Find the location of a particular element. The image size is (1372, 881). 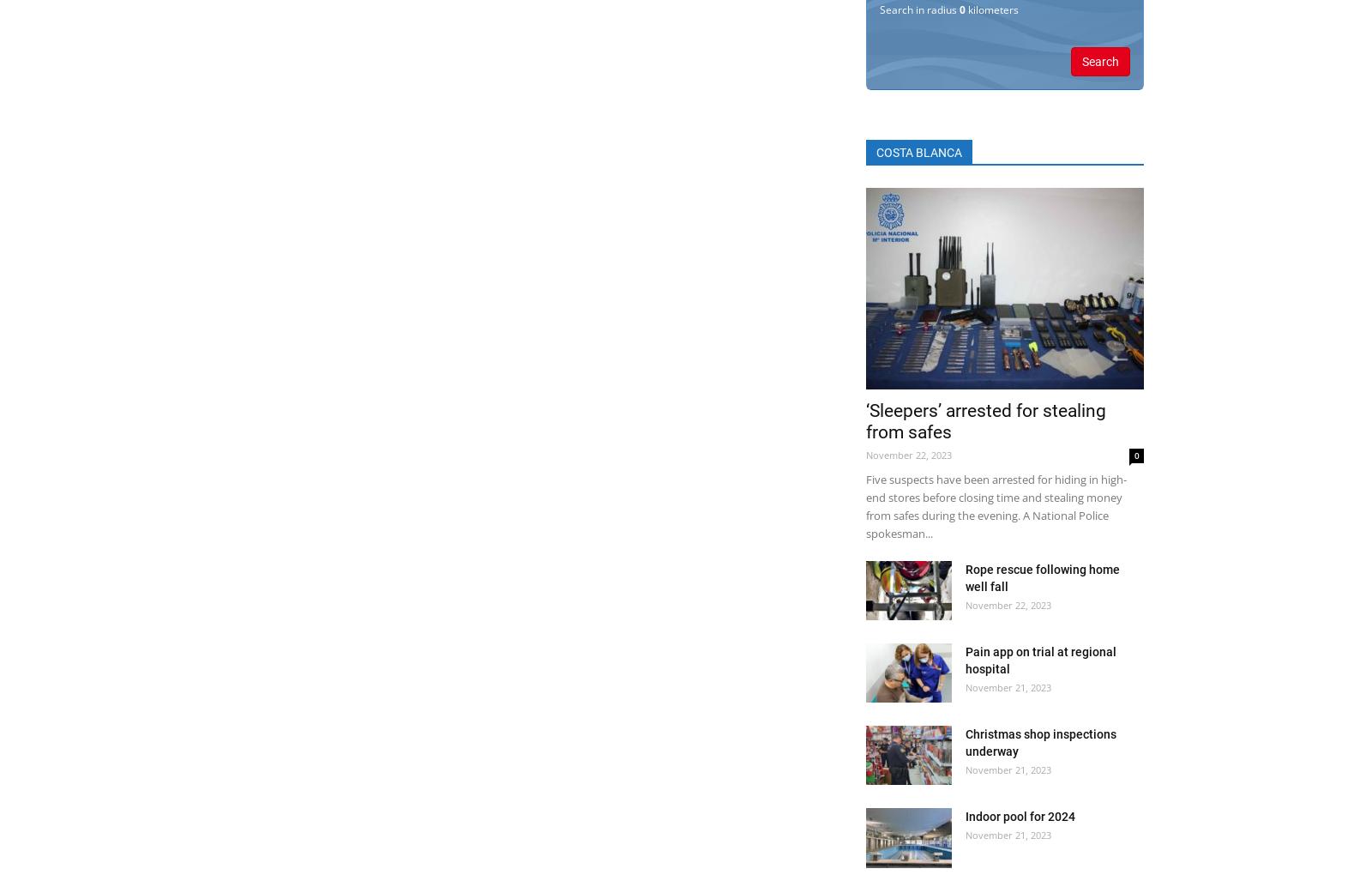

'Indoor pool for 2024' is located at coordinates (1020, 817).